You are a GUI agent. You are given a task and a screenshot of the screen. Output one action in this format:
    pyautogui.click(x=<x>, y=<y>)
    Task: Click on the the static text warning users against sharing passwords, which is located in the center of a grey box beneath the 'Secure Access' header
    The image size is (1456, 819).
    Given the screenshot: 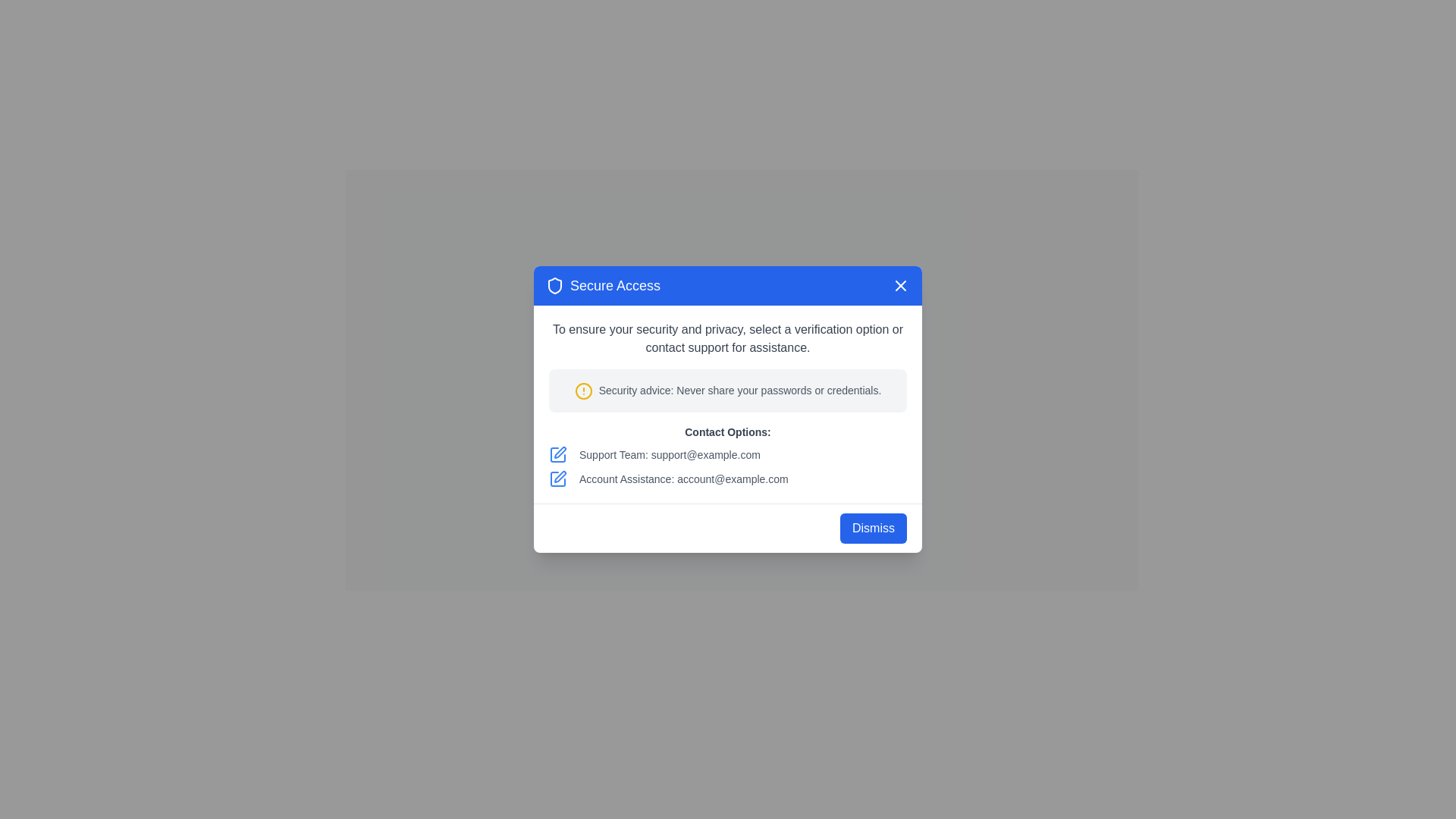 What is the action you would take?
    pyautogui.click(x=739, y=390)
    